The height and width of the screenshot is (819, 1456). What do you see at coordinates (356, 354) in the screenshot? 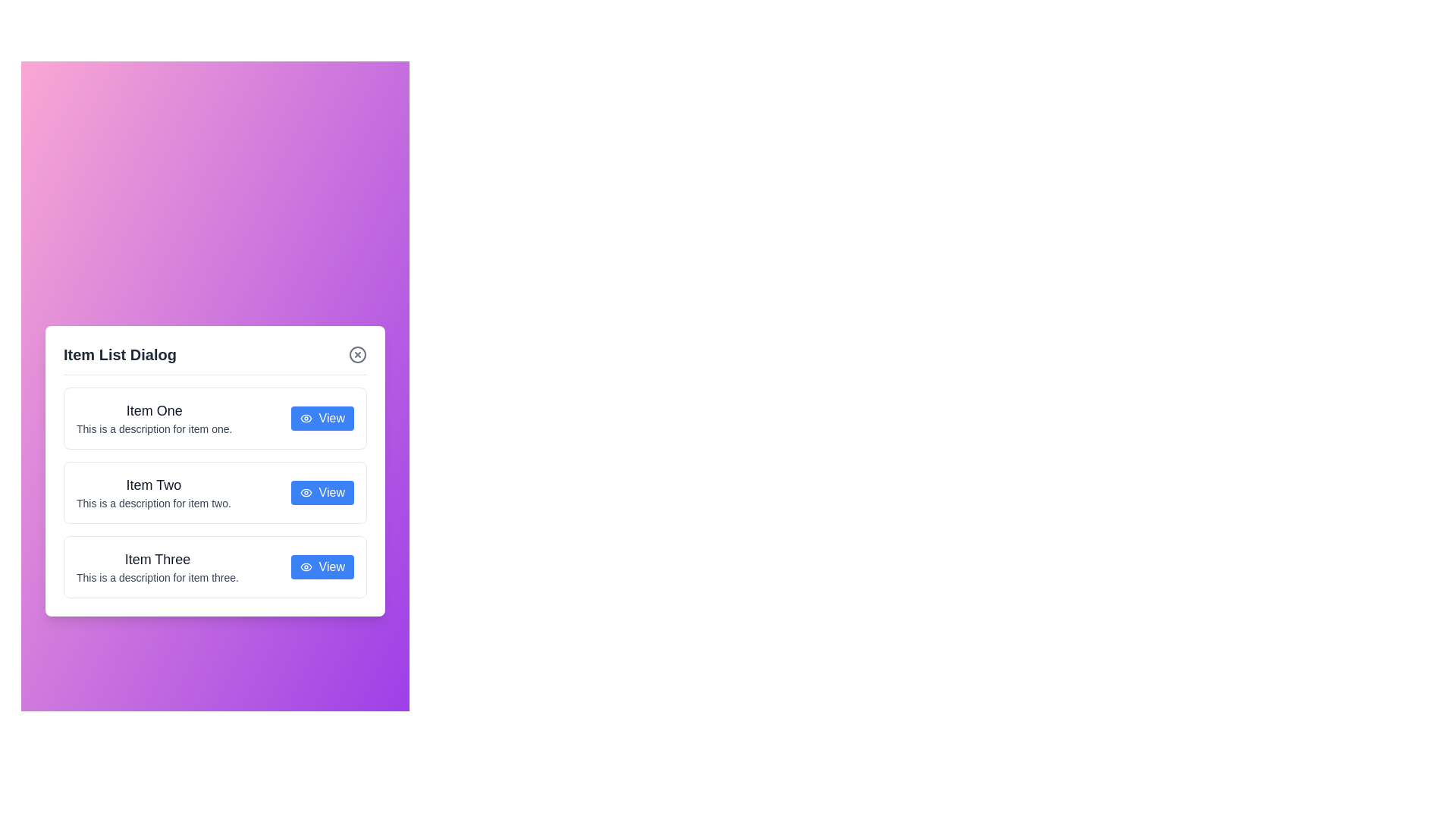
I see `the close button to close the dialog` at bounding box center [356, 354].